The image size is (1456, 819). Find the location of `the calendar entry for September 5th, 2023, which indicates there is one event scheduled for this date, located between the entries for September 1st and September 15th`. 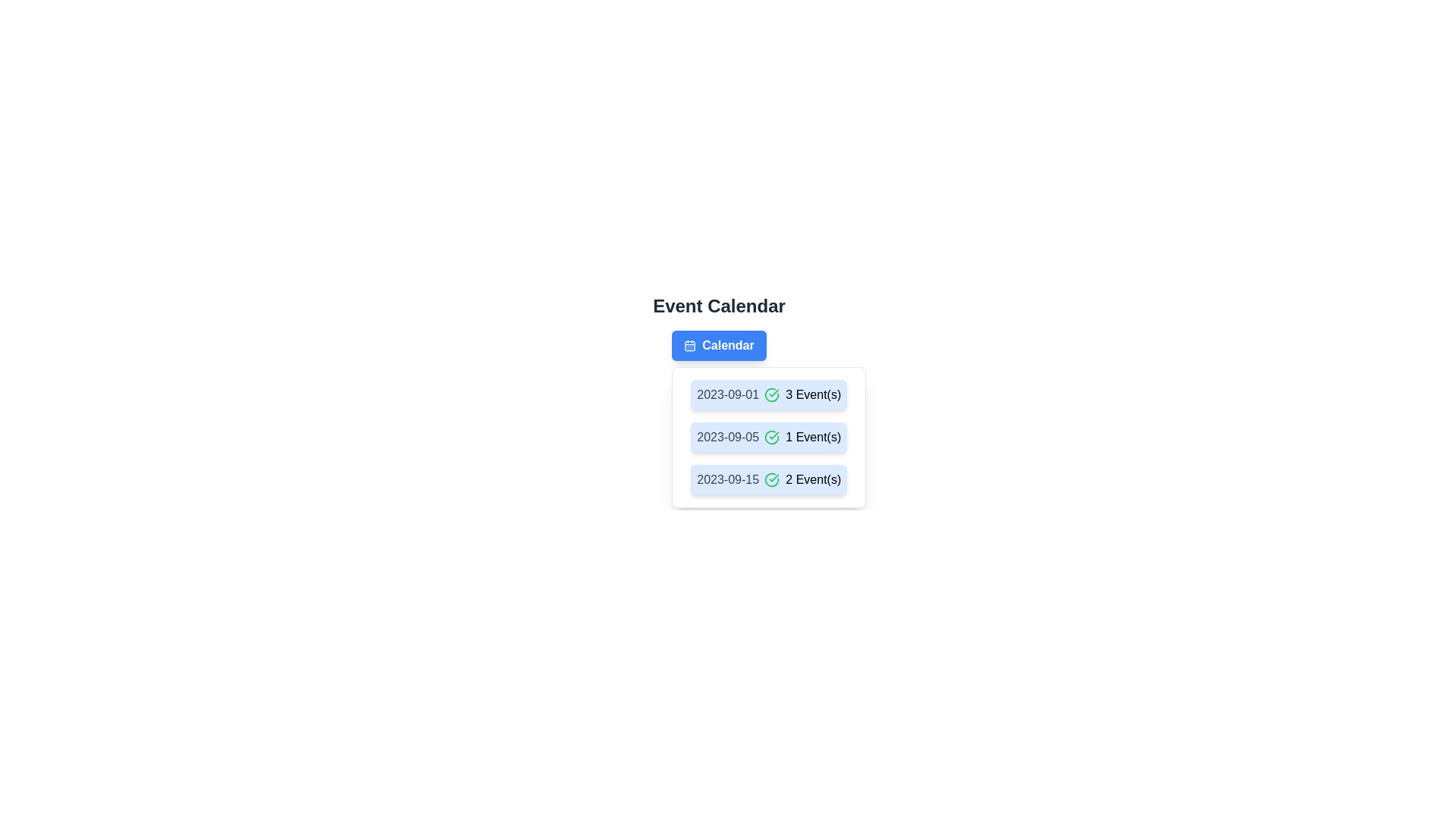

the calendar entry for September 5th, 2023, which indicates there is one event scheduled for this date, located between the entries for September 1st and September 15th is located at coordinates (769, 438).